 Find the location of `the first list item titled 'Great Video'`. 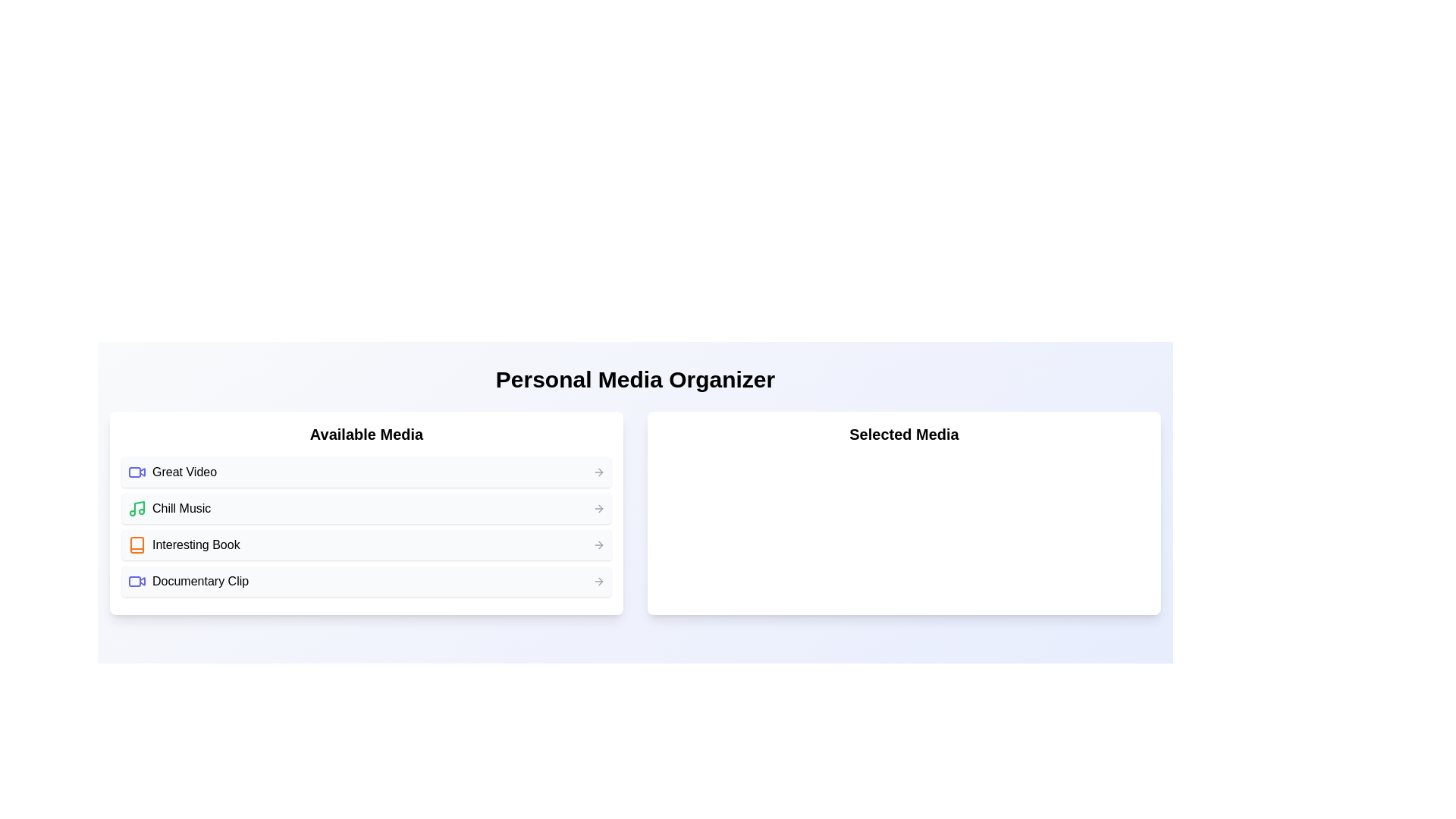

the first list item titled 'Great Video' is located at coordinates (366, 472).